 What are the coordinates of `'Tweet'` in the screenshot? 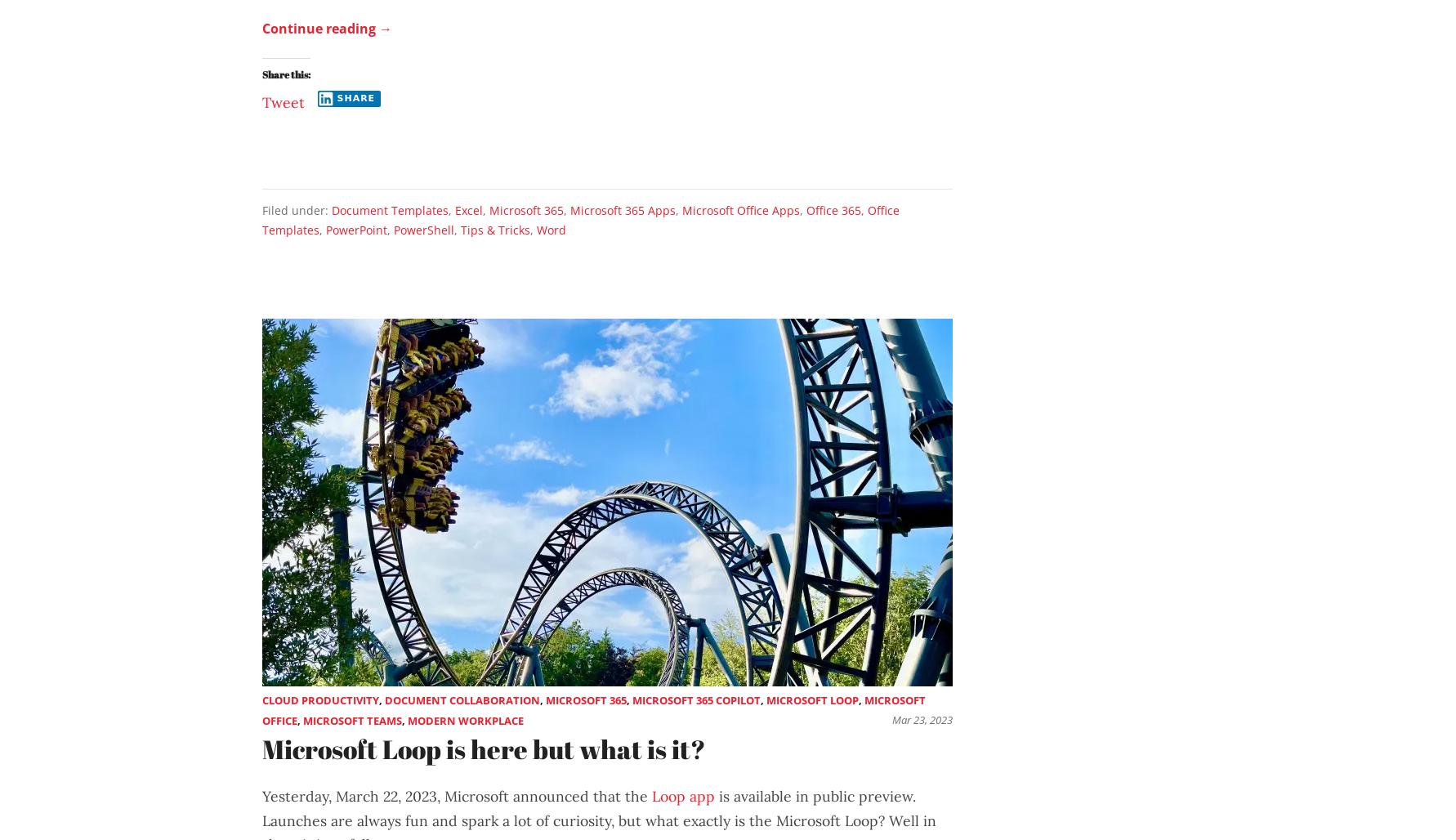 It's located at (261, 101).